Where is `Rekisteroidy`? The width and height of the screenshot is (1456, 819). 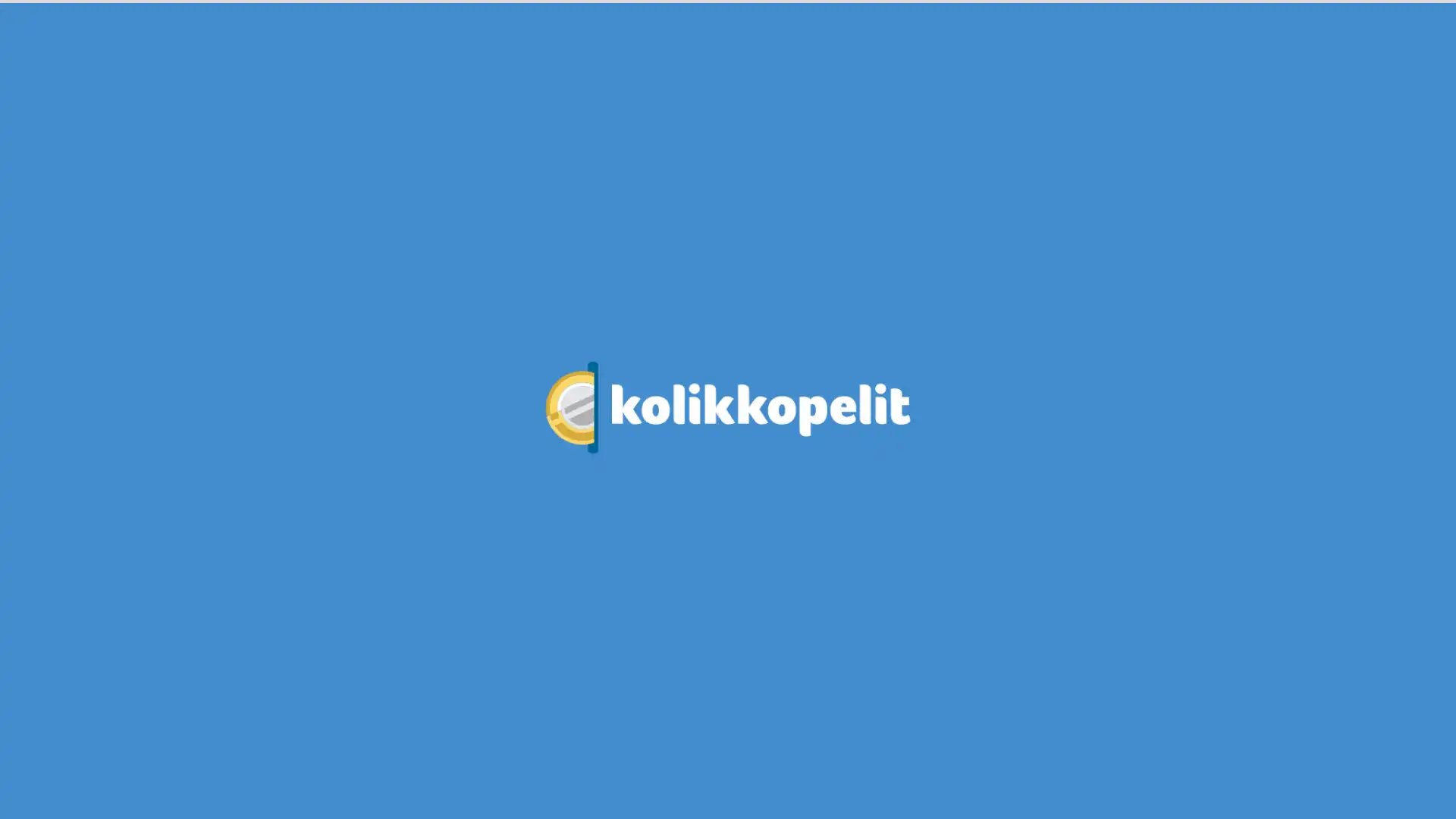
Rekisteroidy is located at coordinates (1276, 48).